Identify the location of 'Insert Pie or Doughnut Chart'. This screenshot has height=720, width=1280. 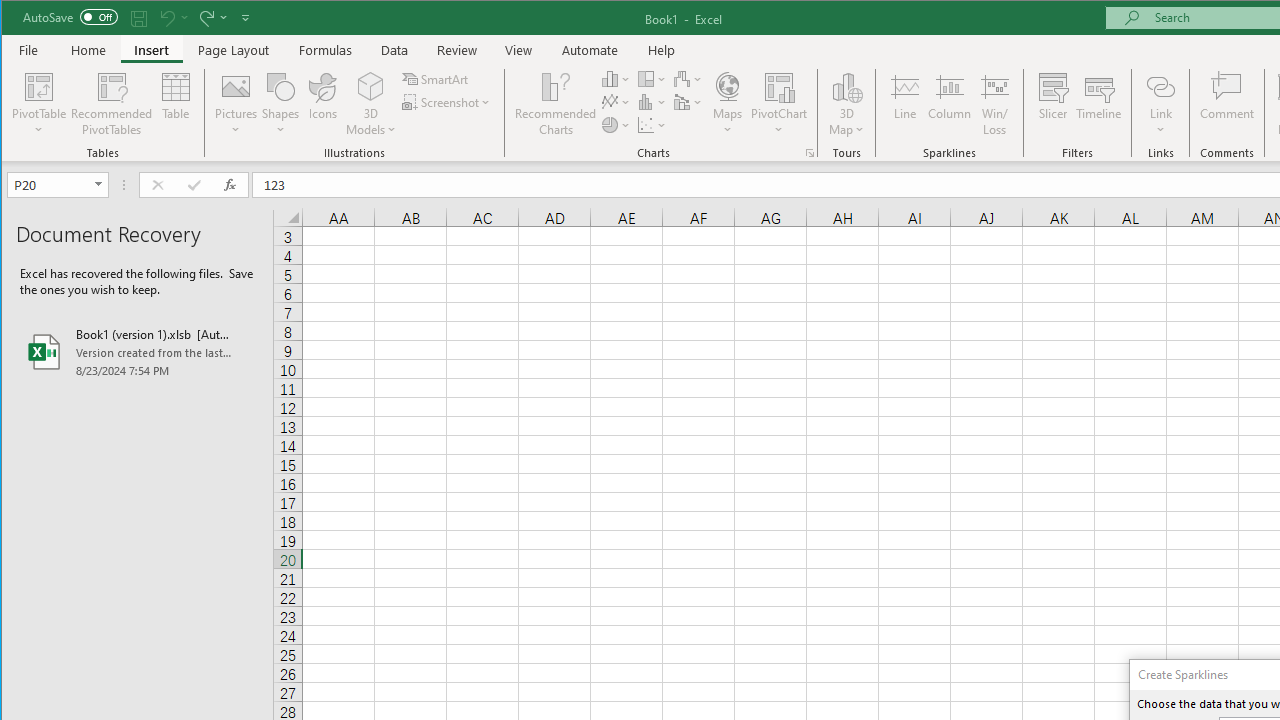
(615, 125).